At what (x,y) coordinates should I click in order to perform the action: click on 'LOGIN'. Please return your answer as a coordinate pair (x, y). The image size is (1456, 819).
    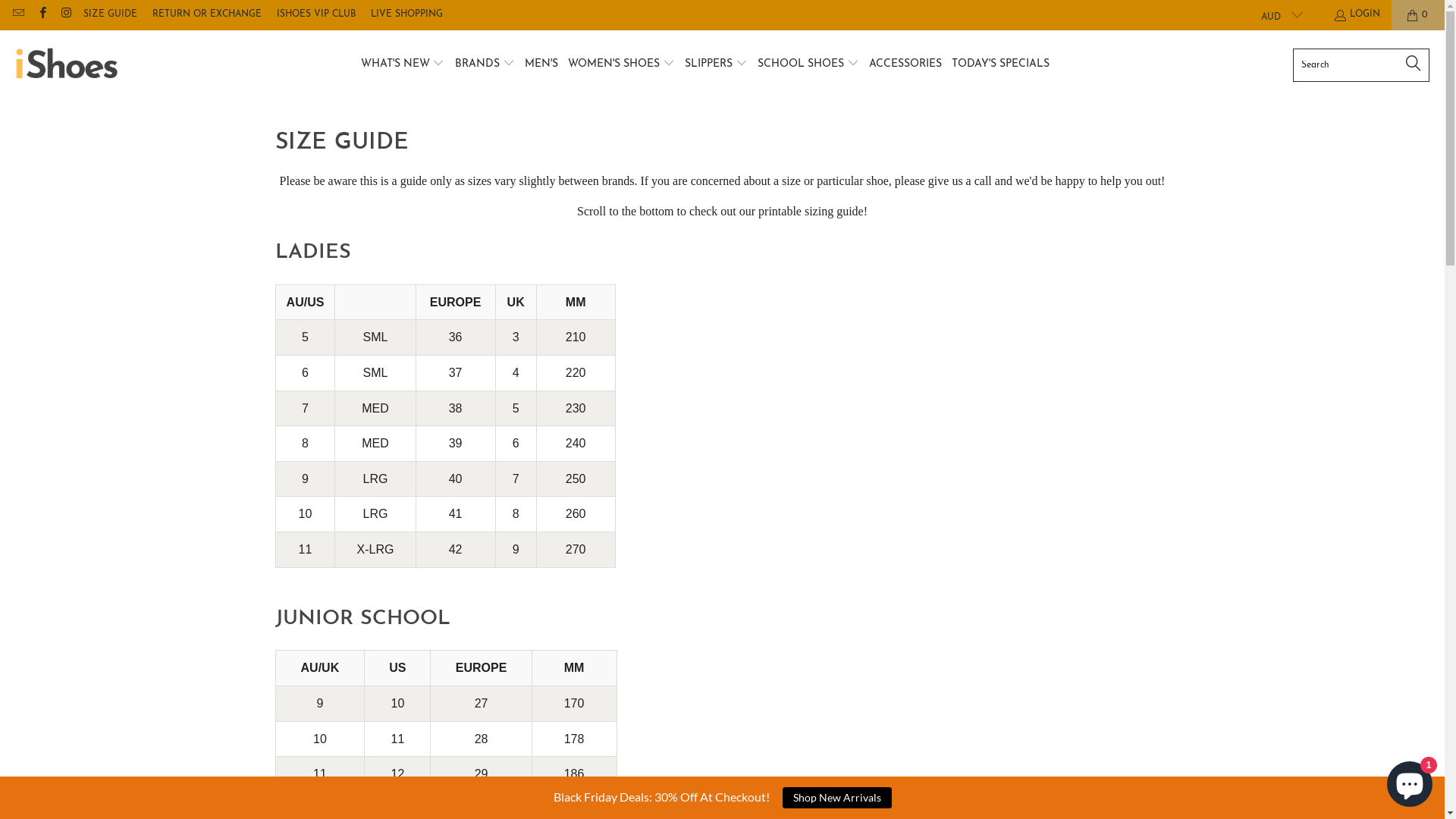
    Looking at the image, I should click on (1332, 14).